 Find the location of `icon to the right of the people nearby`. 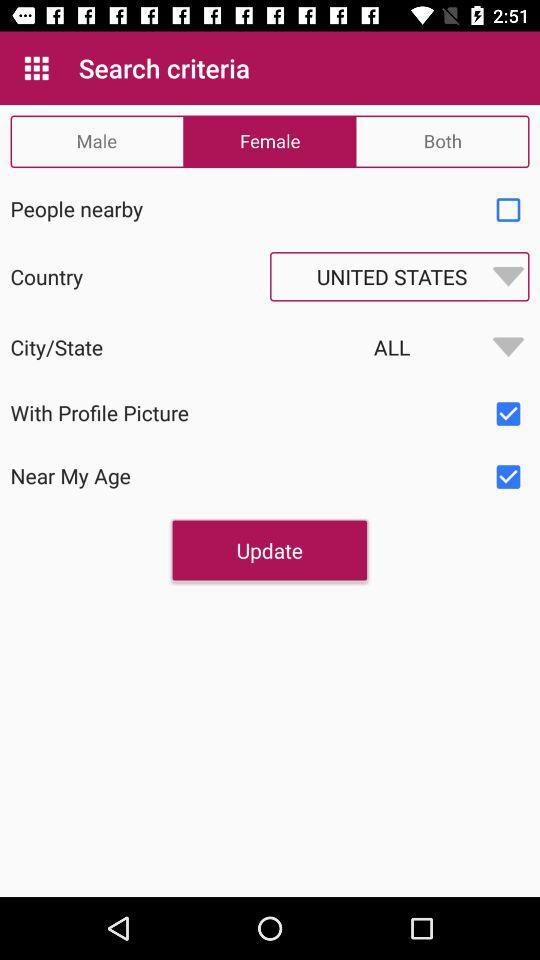

icon to the right of the people nearby is located at coordinates (508, 210).